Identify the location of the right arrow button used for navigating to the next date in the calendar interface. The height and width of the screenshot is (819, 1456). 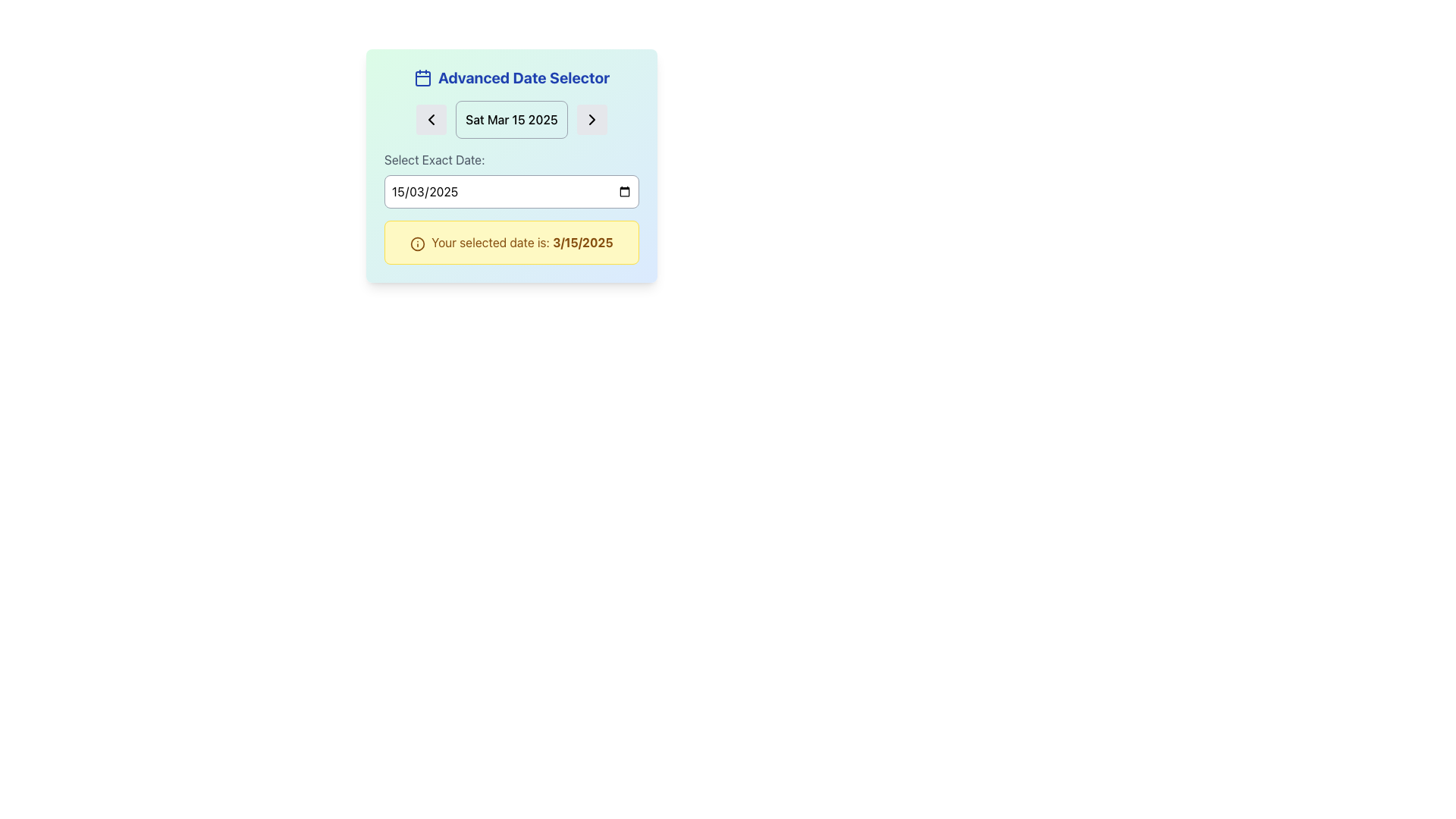
(591, 119).